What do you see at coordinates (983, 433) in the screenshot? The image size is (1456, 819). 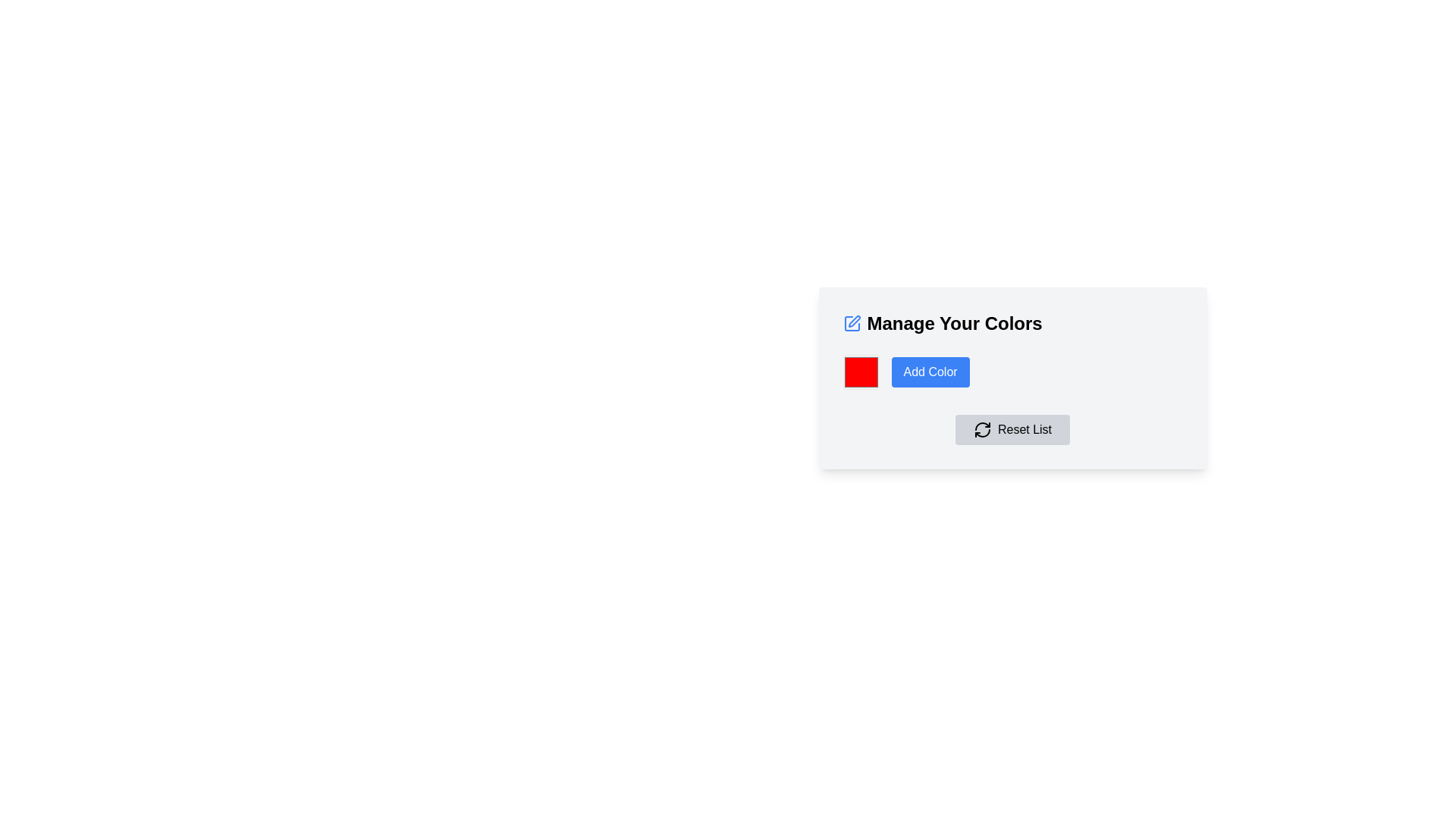 I see `the lower curved part of the circular arrow icon, which is styled with a thin black stroke and is part of the refresh or reload icon, located to the right of the 'Reset List' button` at bounding box center [983, 433].